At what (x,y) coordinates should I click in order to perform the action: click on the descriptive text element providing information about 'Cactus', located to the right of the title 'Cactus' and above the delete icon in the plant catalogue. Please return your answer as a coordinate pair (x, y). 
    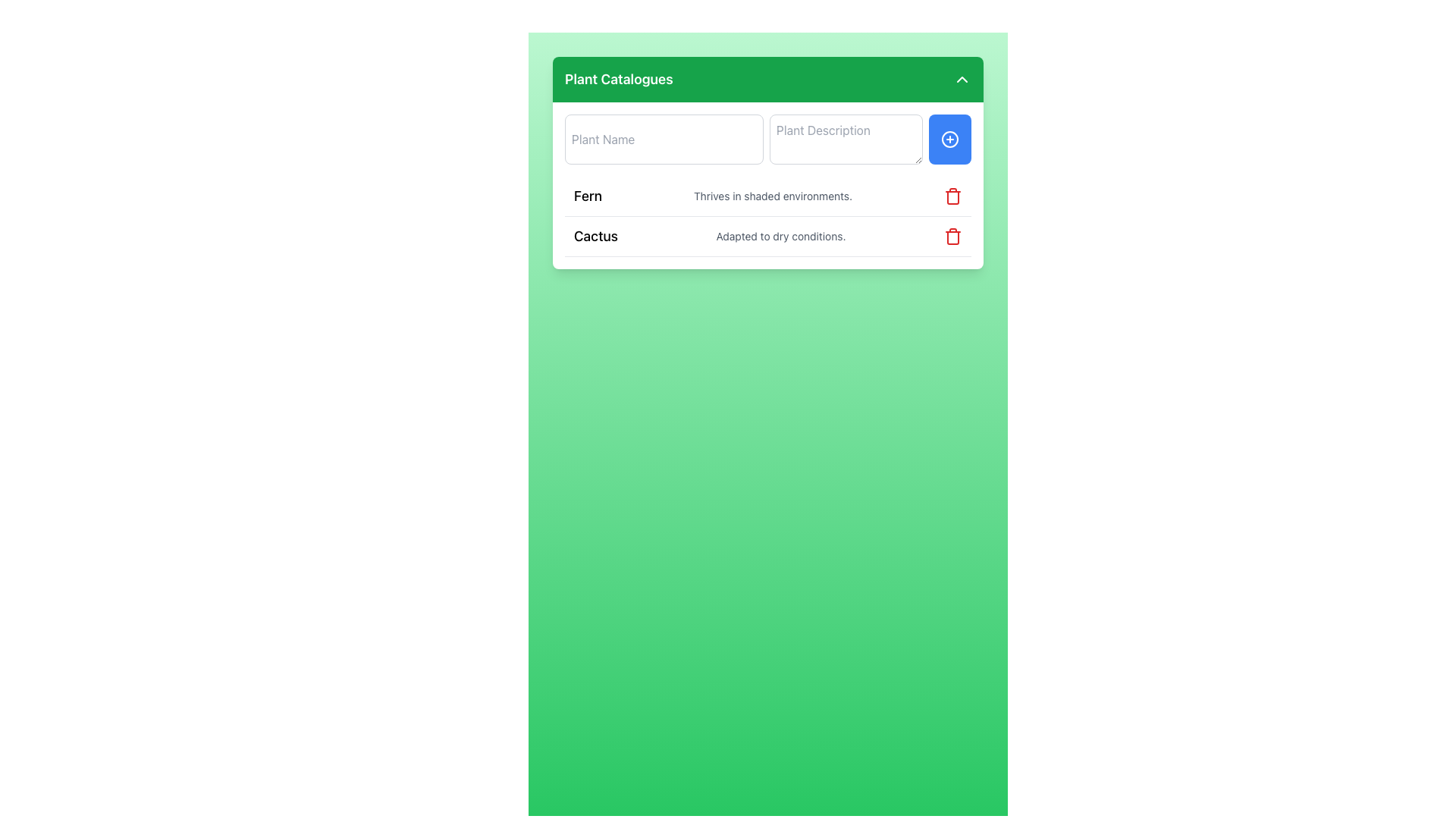
    Looking at the image, I should click on (781, 237).